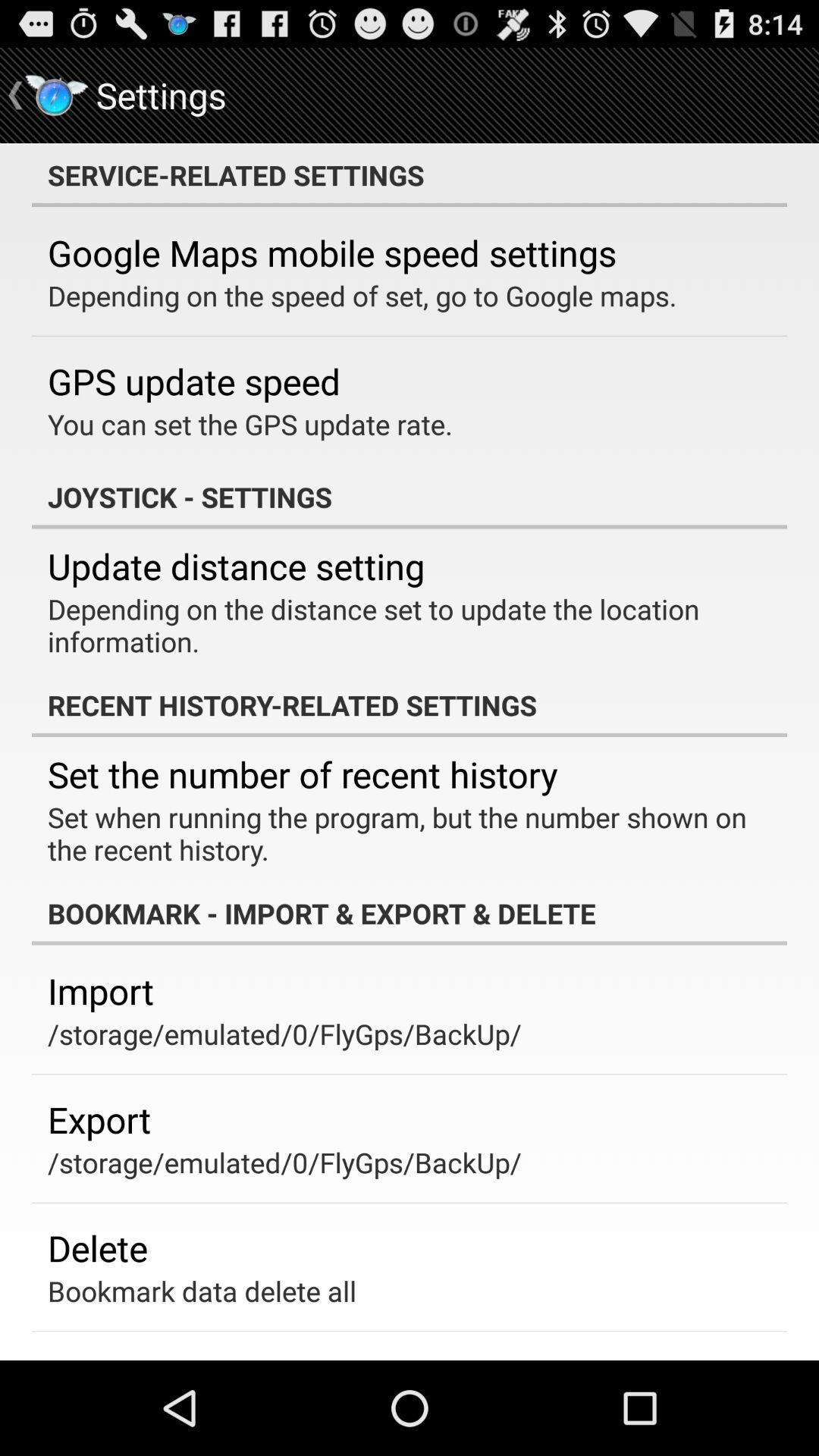 The image size is (819, 1456). I want to click on the app below the you can set app, so click(409, 497).